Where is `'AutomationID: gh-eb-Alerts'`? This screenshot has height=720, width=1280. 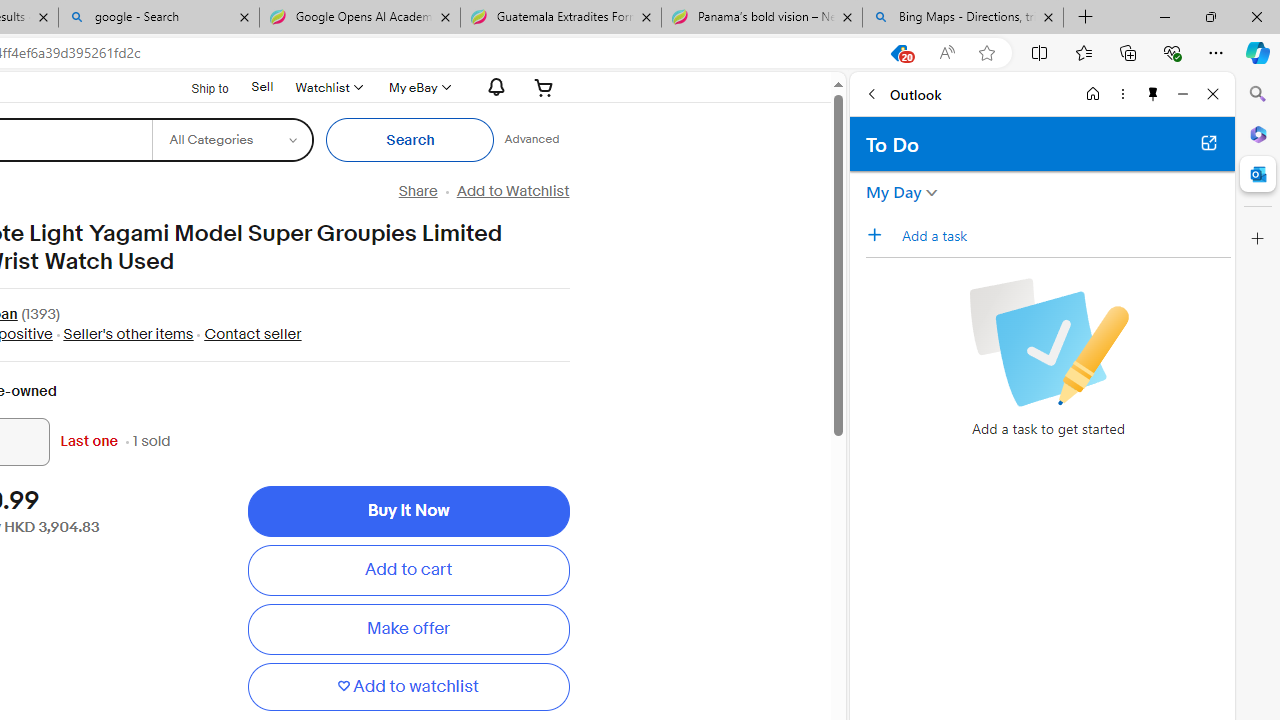 'AutomationID: gh-eb-Alerts' is located at coordinates (493, 86).